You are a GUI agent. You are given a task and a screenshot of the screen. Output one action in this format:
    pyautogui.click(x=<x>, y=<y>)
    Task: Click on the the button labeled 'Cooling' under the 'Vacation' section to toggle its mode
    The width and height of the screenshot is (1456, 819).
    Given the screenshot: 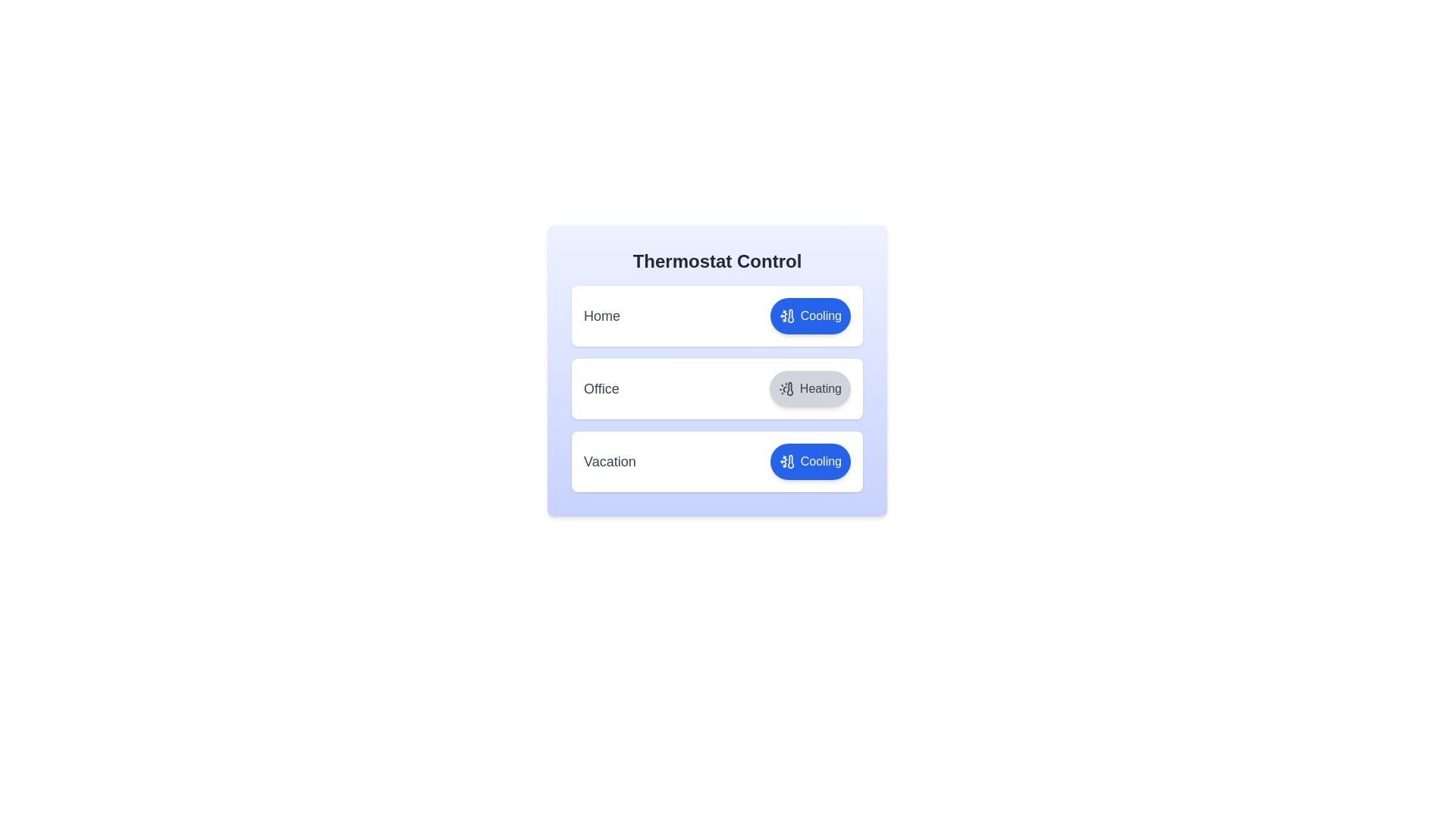 What is the action you would take?
    pyautogui.click(x=809, y=461)
    